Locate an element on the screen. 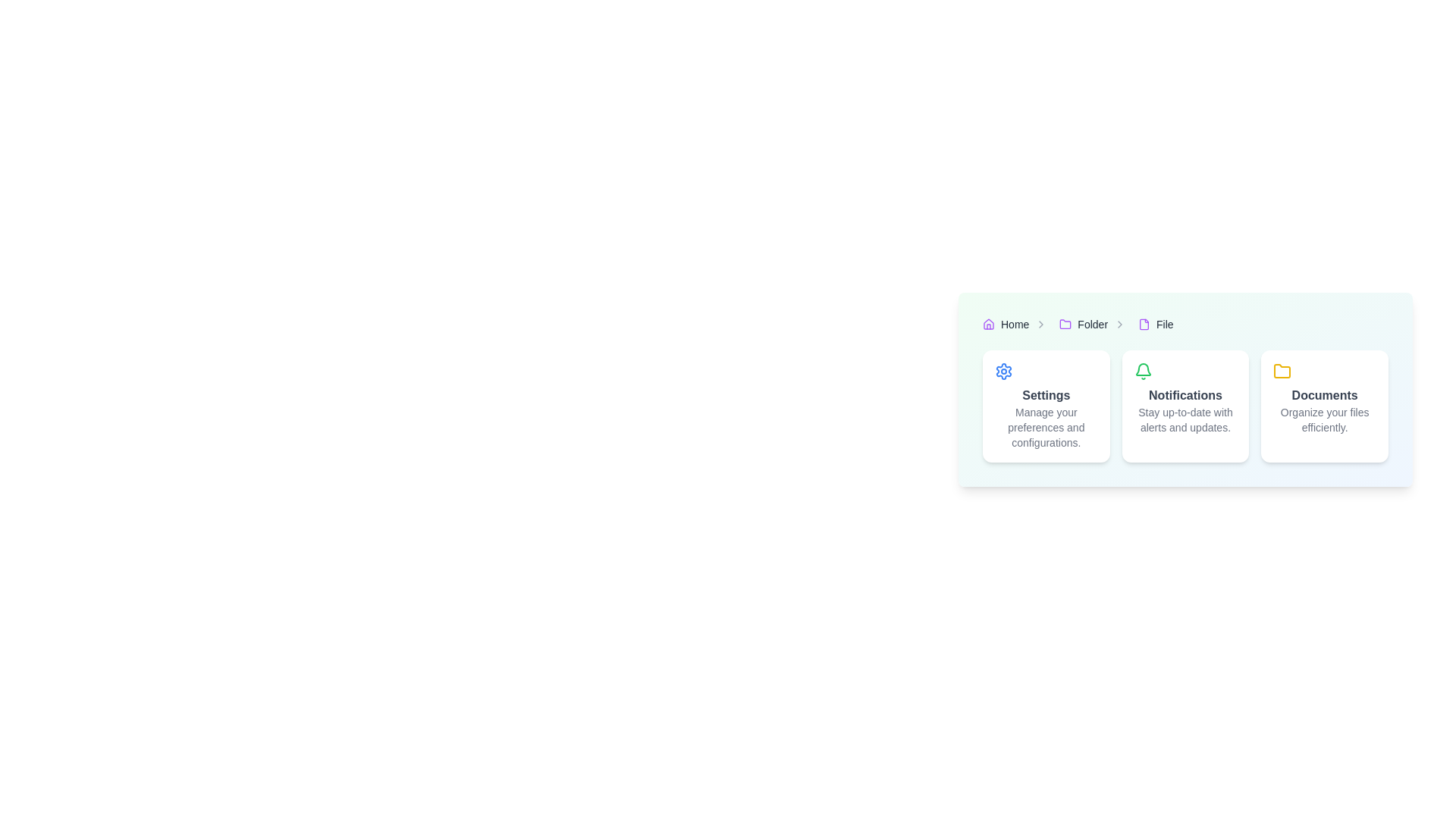 The image size is (1456, 819). the text label displaying 'Stay up-to-date with alerts and updates.' located below the 'Notifications' title in the second card of three horizontally aligned cards is located at coordinates (1185, 420).